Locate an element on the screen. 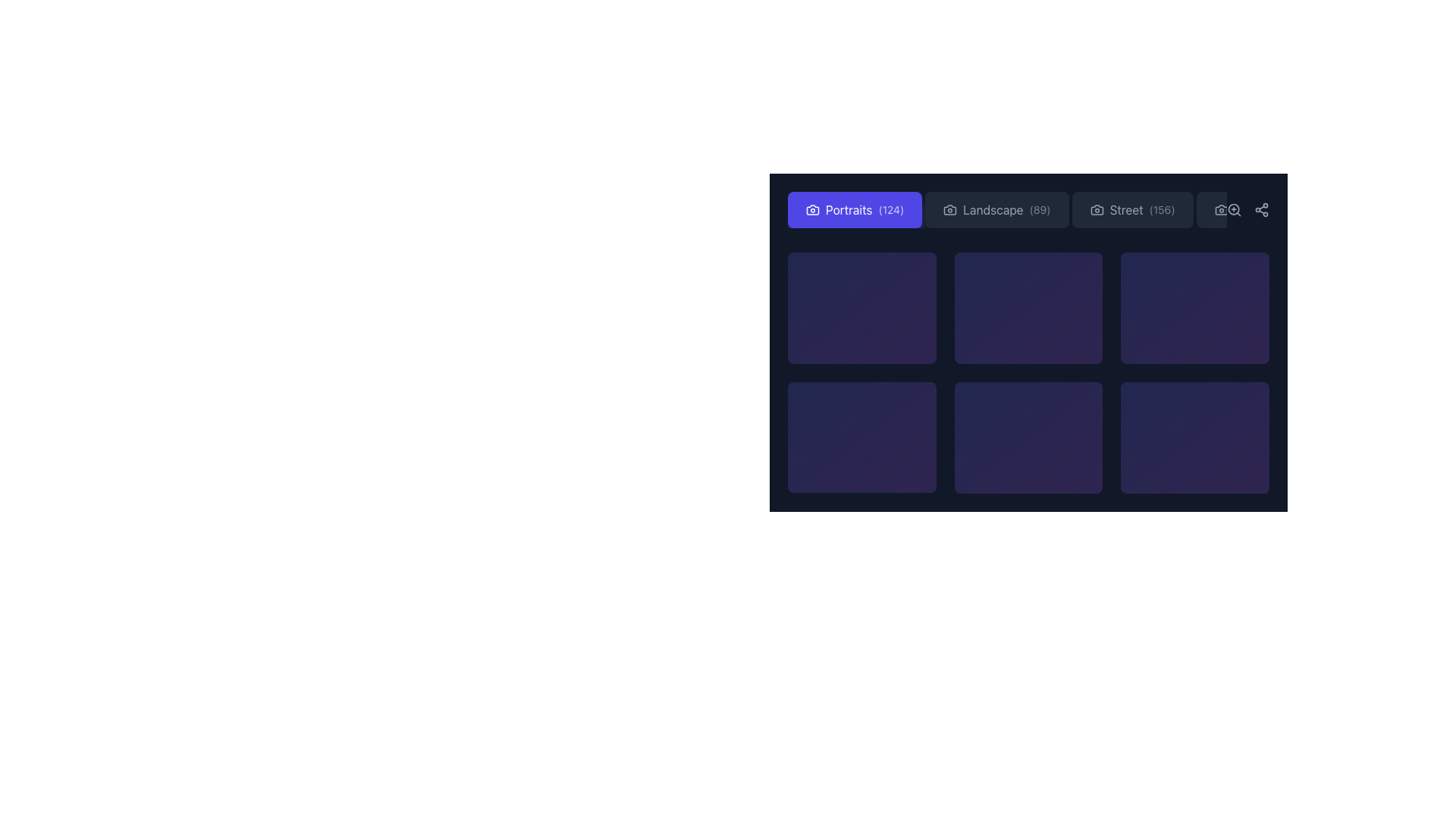 The image size is (1456, 819). the button labeled 'Landscape(89)' with a dark gray background is located at coordinates (996, 210).